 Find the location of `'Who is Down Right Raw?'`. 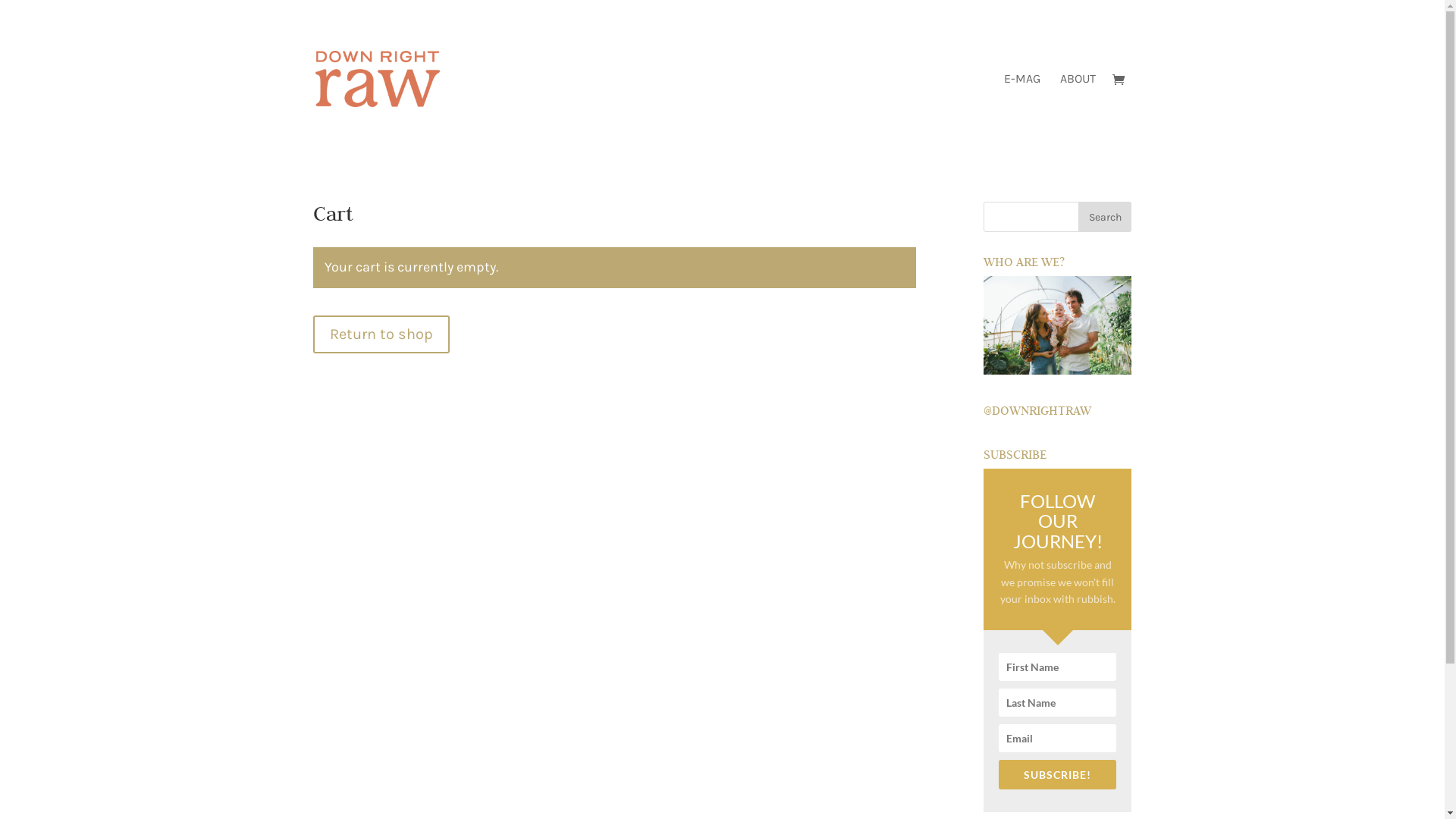

'Who is Down Right Raw?' is located at coordinates (1056, 324).